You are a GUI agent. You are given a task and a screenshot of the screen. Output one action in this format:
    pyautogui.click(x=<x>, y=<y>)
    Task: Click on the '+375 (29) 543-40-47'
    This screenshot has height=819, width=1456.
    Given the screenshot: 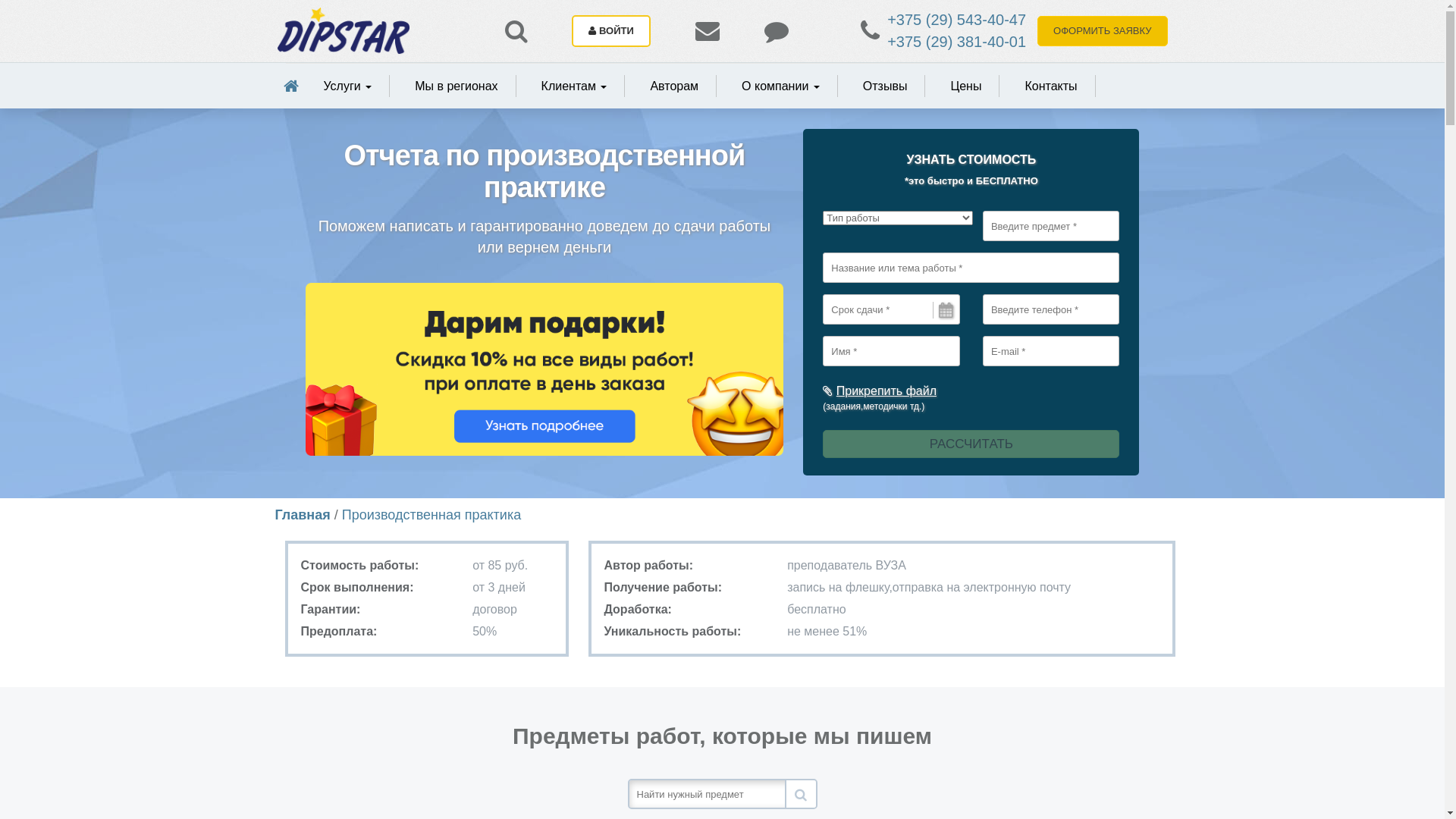 What is the action you would take?
    pyautogui.click(x=955, y=20)
    